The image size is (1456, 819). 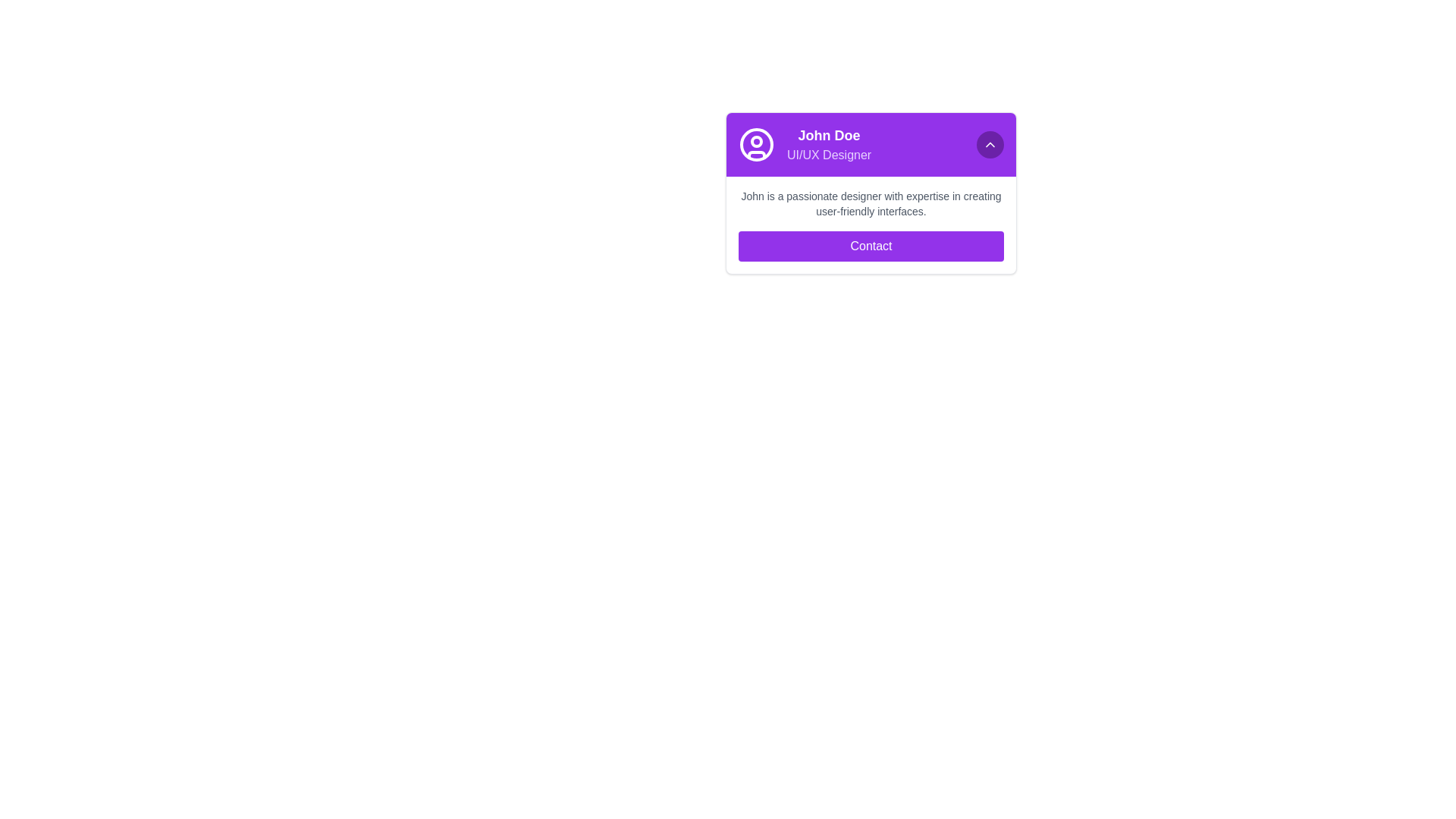 What do you see at coordinates (828, 145) in the screenshot?
I see `displayed information from the text label showing 'John Doe, UI/UX Designer' located at the top of the purple card panel, centered between the user icon and the upward chevron indicator` at bounding box center [828, 145].